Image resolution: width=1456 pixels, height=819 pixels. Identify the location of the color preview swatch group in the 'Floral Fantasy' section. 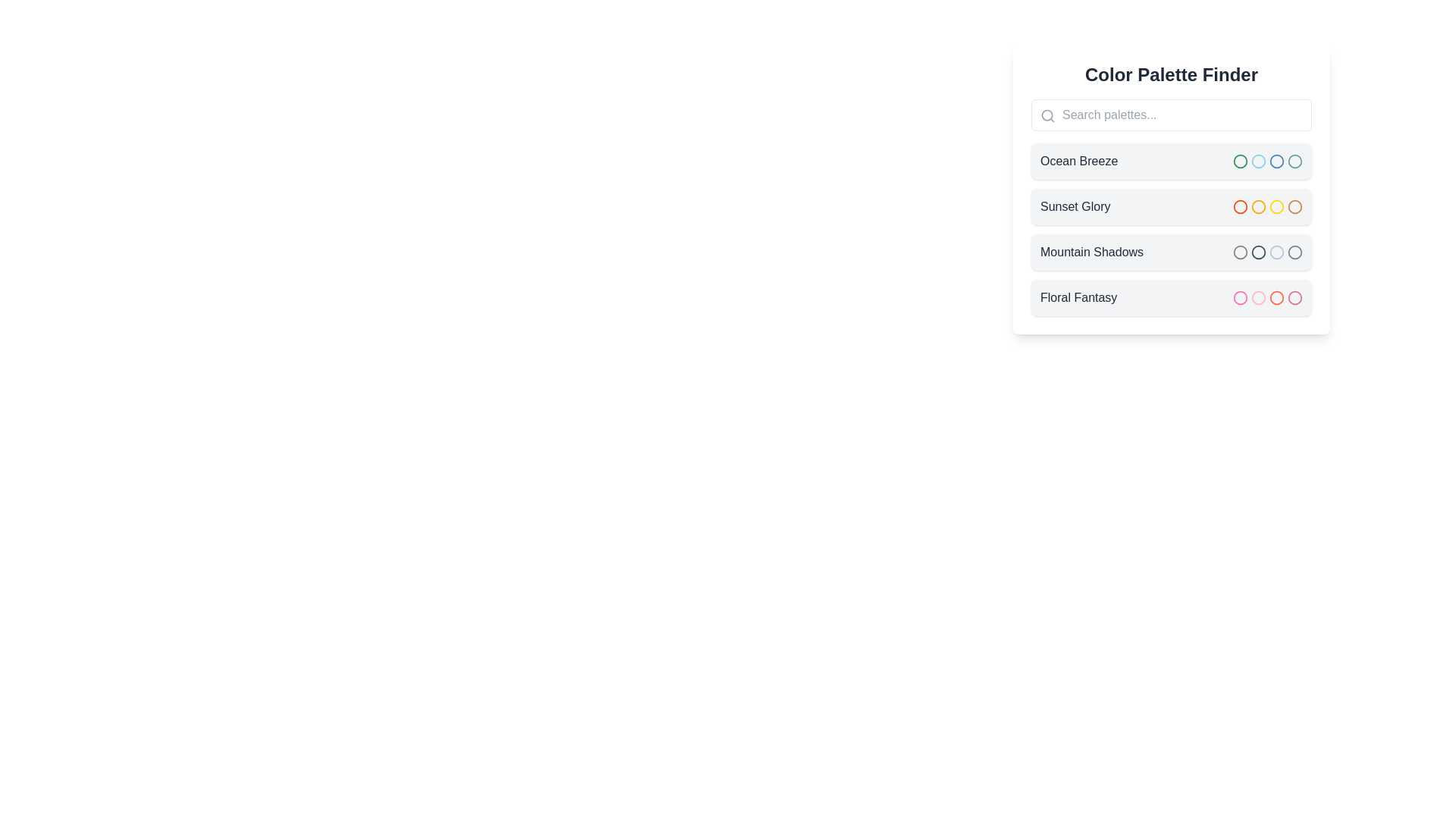
(1267, 298).